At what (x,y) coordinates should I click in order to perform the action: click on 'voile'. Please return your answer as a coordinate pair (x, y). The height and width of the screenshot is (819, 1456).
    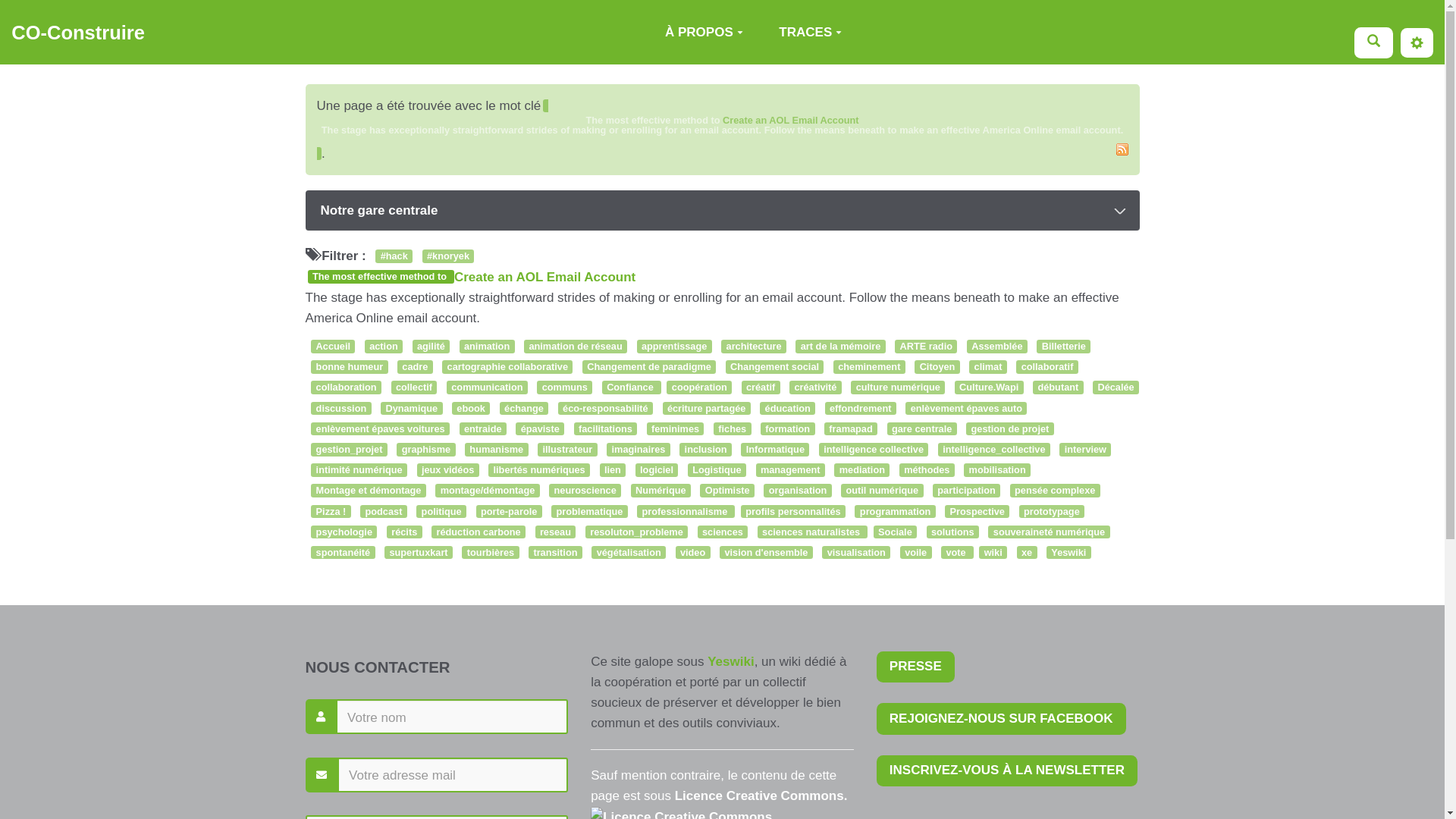
    Looking at the image, I should click on (915, 553).